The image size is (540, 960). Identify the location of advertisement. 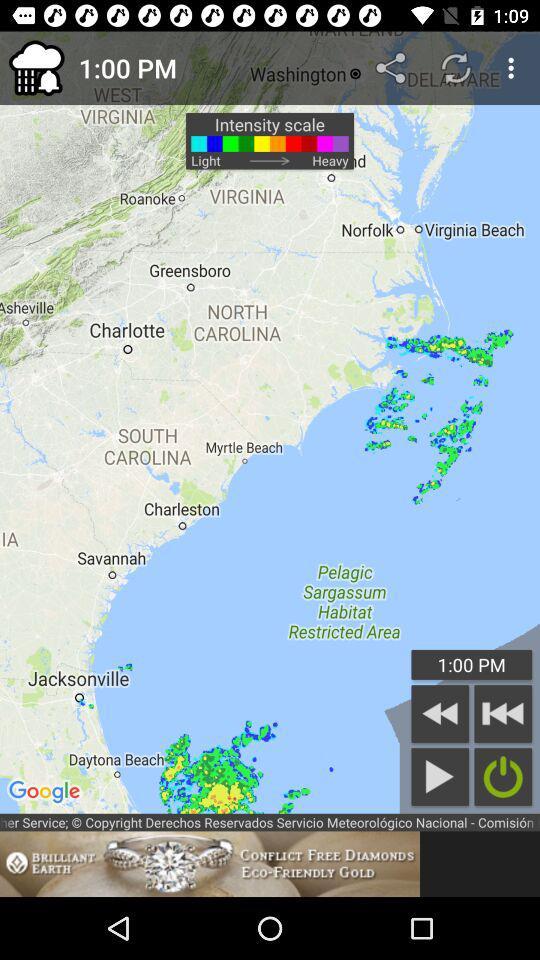
(209, 863).